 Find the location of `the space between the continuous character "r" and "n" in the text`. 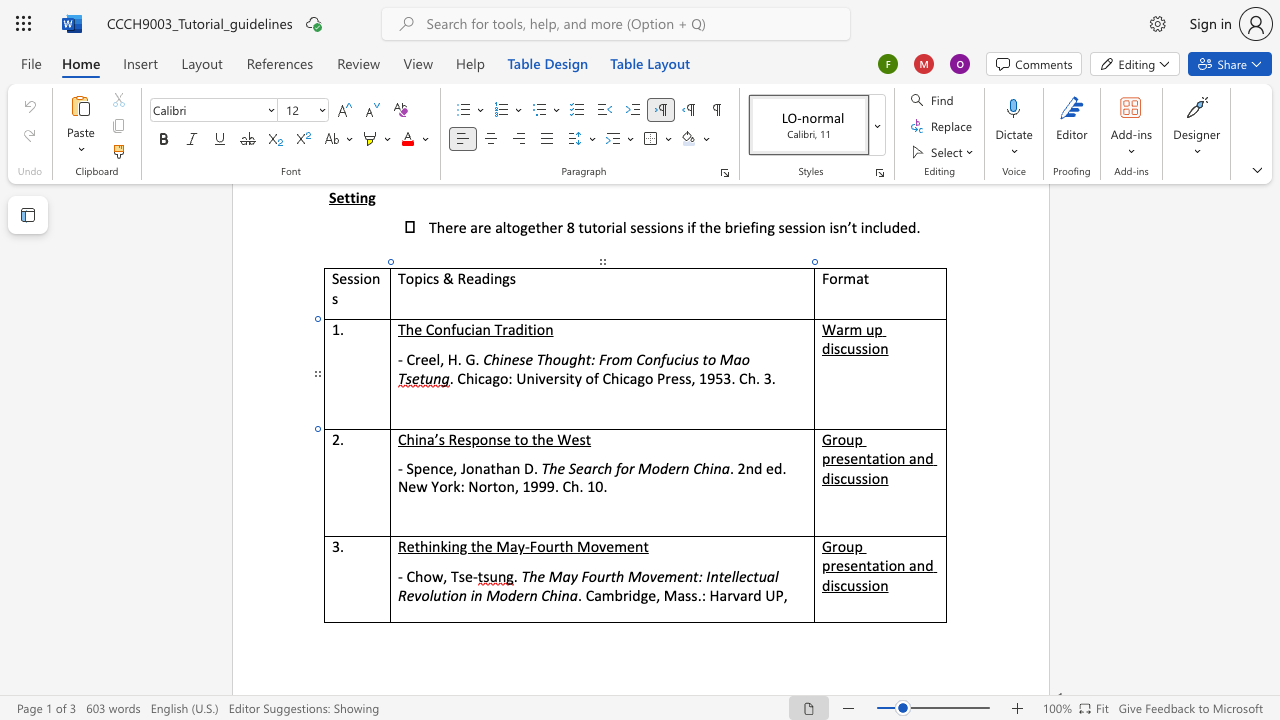

the space between the continuous character "r" and "n" in the text is located at coordinates (681, 468).